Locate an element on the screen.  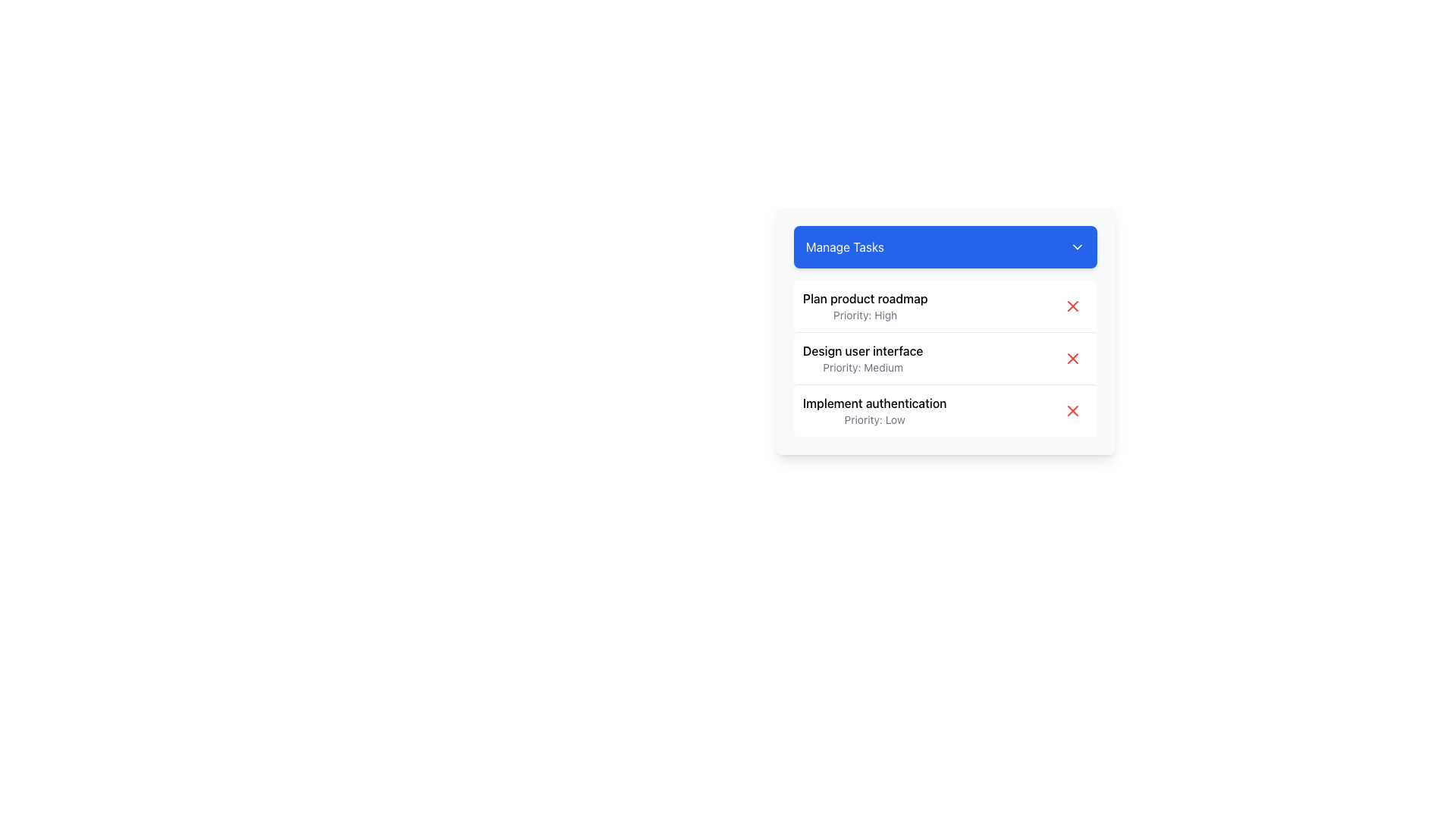
the red 'X' icon button is located at coordinates (1072, 306).